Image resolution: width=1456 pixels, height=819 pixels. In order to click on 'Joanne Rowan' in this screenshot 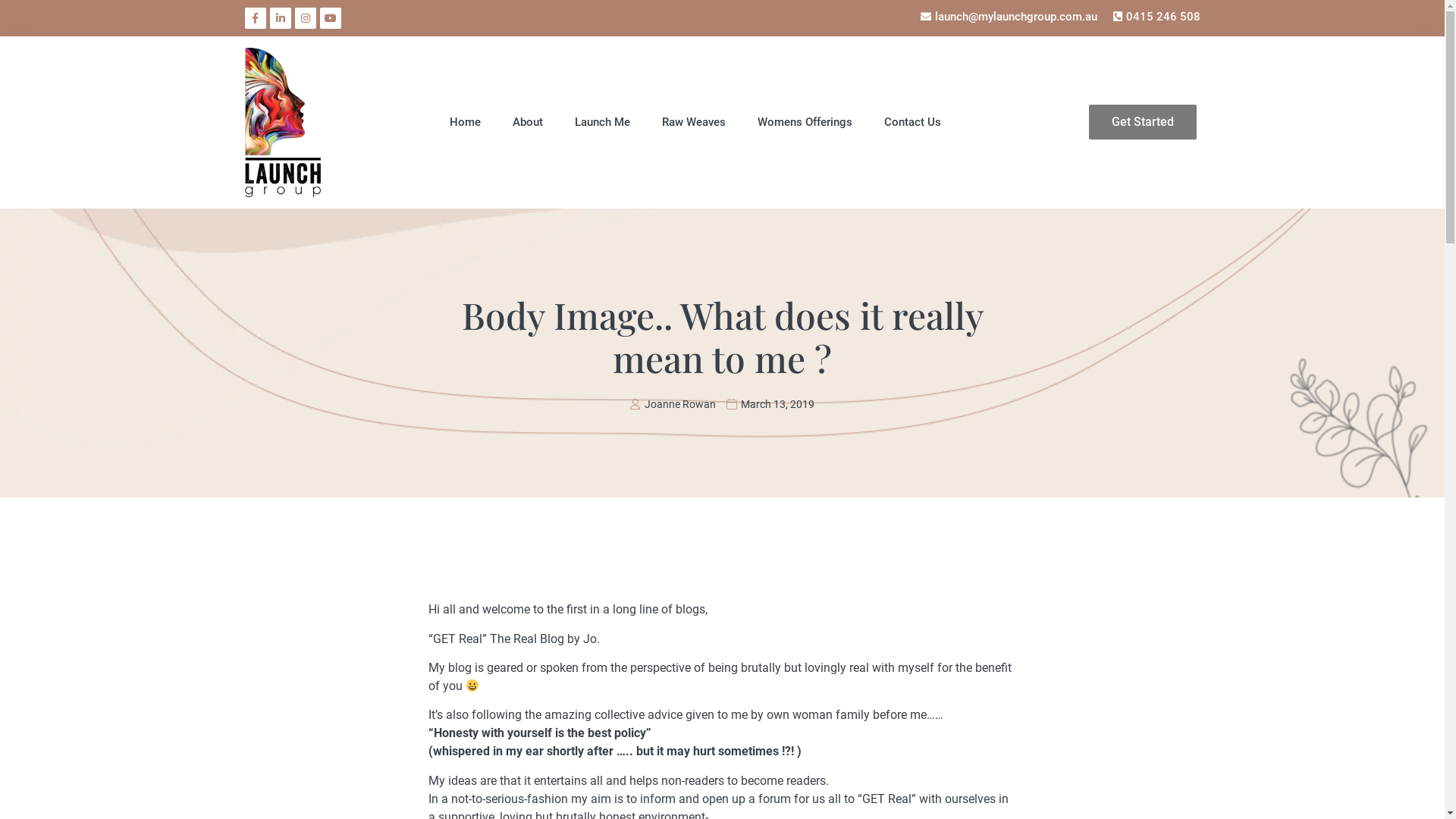, I will do `click(672, 403)`.